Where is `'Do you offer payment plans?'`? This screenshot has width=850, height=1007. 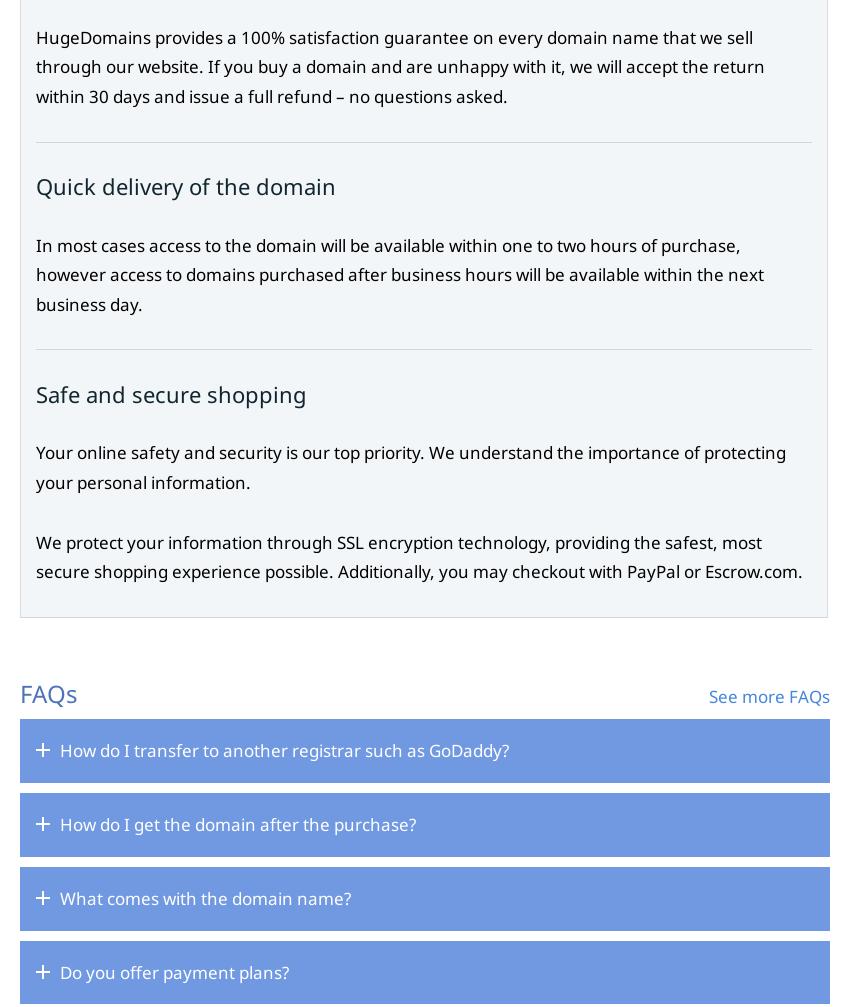 'Do you offer payment plans?' is located at coordinates (60, 970).